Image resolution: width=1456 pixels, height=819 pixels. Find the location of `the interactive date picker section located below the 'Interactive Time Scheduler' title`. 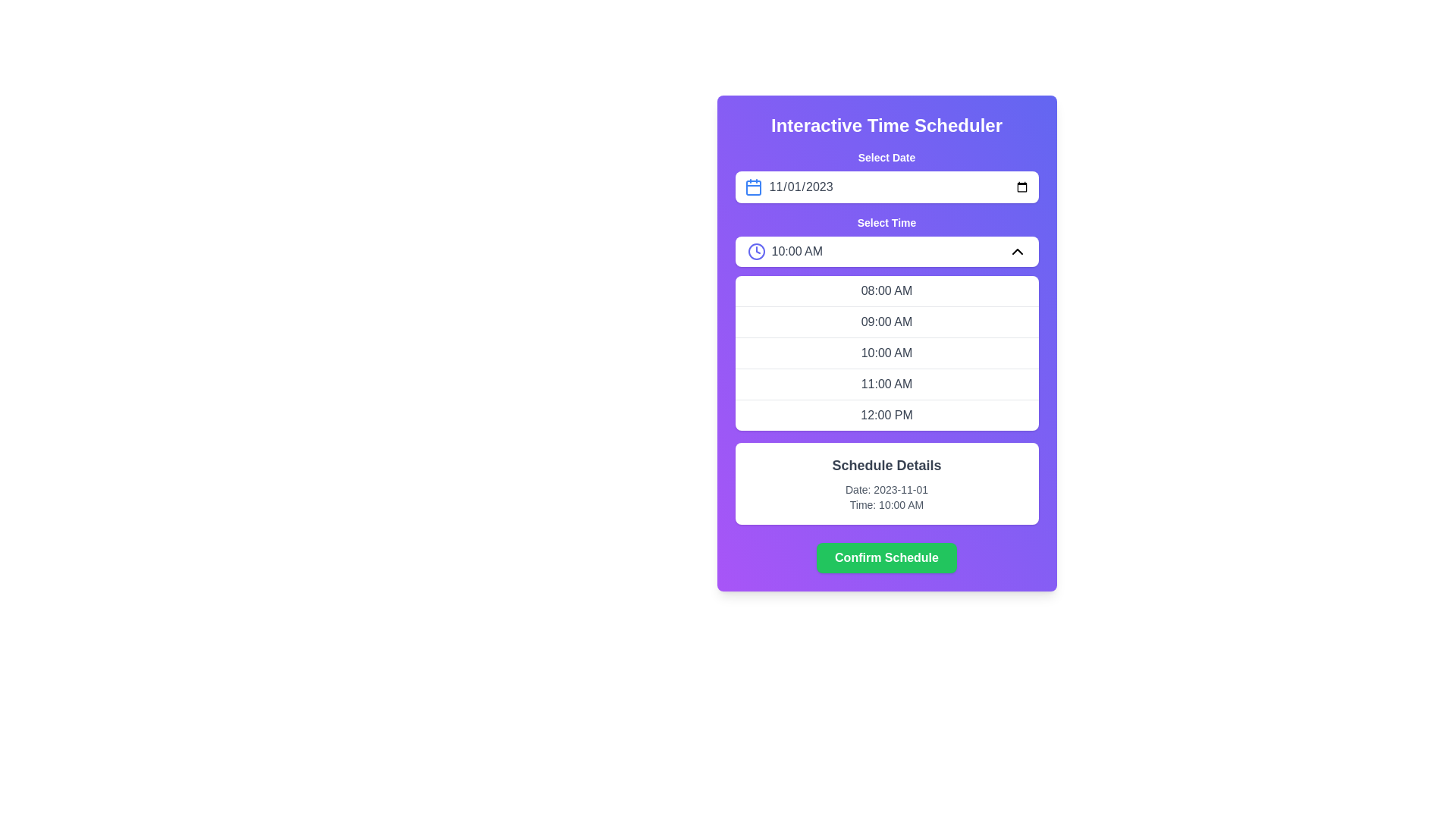

the interactive date picker section located below the 'Interactive Time Scheduler' title is located at coordinates (886, 175).